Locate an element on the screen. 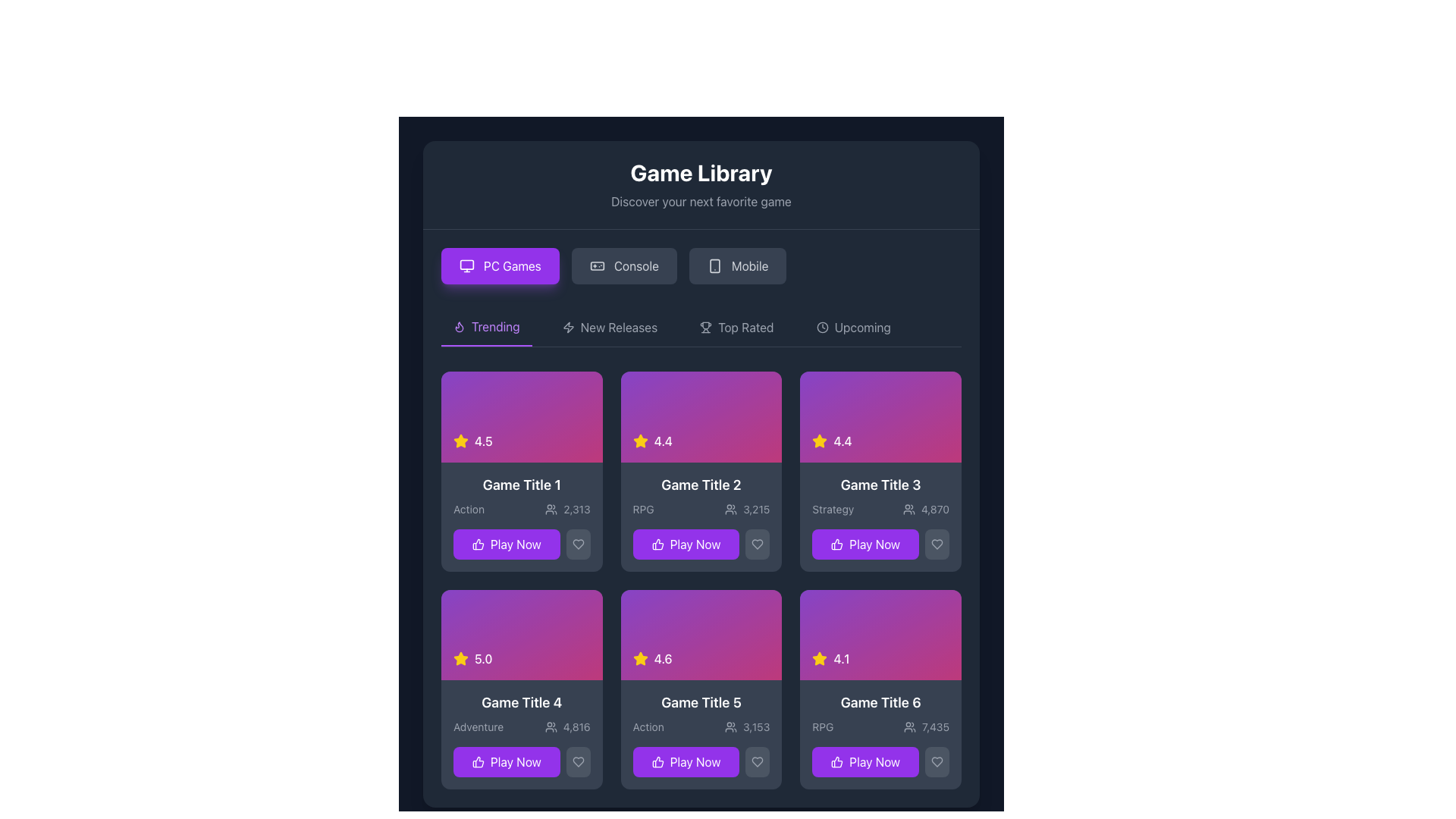 This screenshot has width=1456, height=819. the informational Text label indicating a statistic or count related to the card's content, located in the bottom-right region of the sixth card in a grid layout is located at coordinates (934, 726).